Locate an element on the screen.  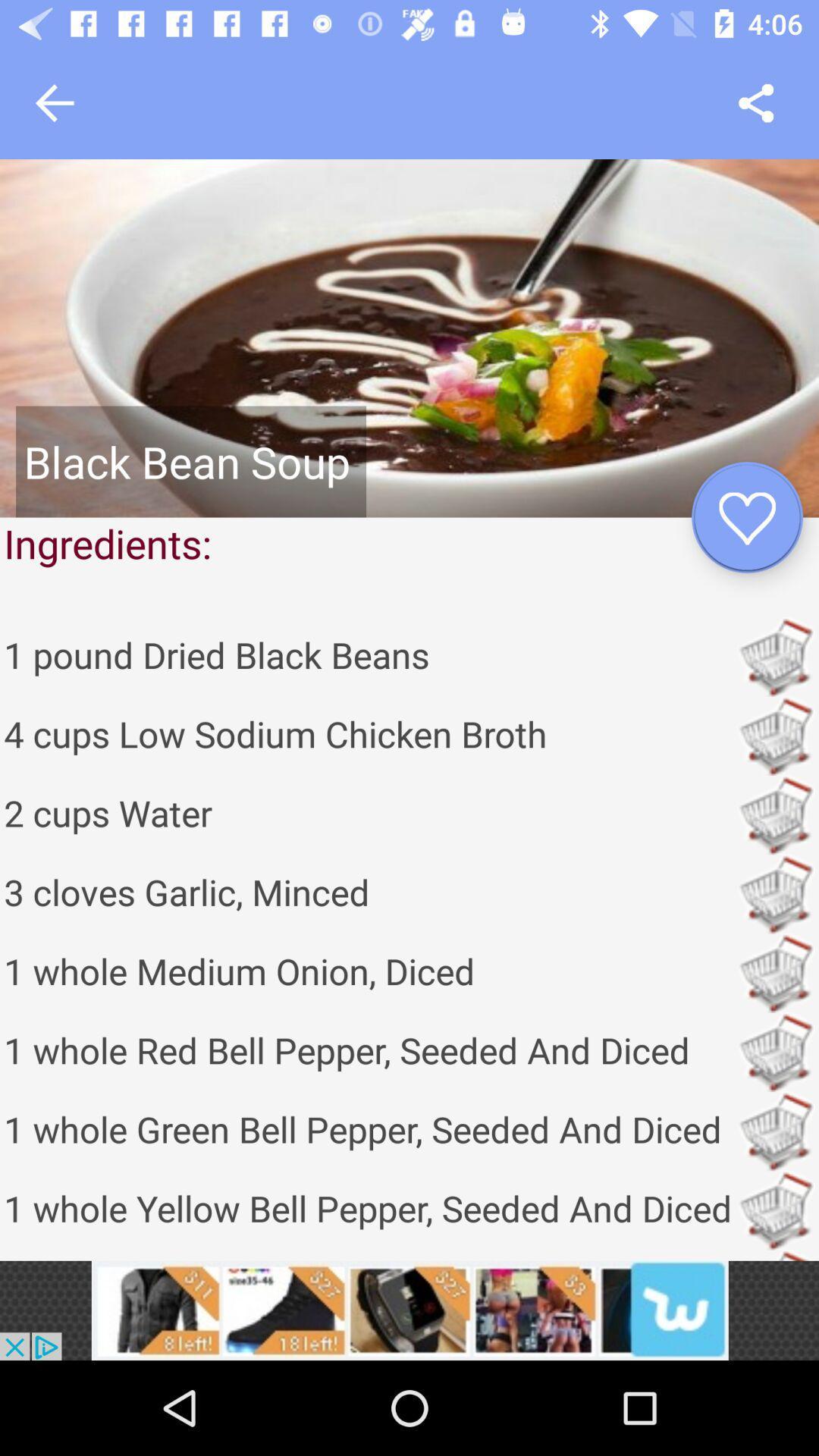
the favorite icon is located at coordinates (746, 517).